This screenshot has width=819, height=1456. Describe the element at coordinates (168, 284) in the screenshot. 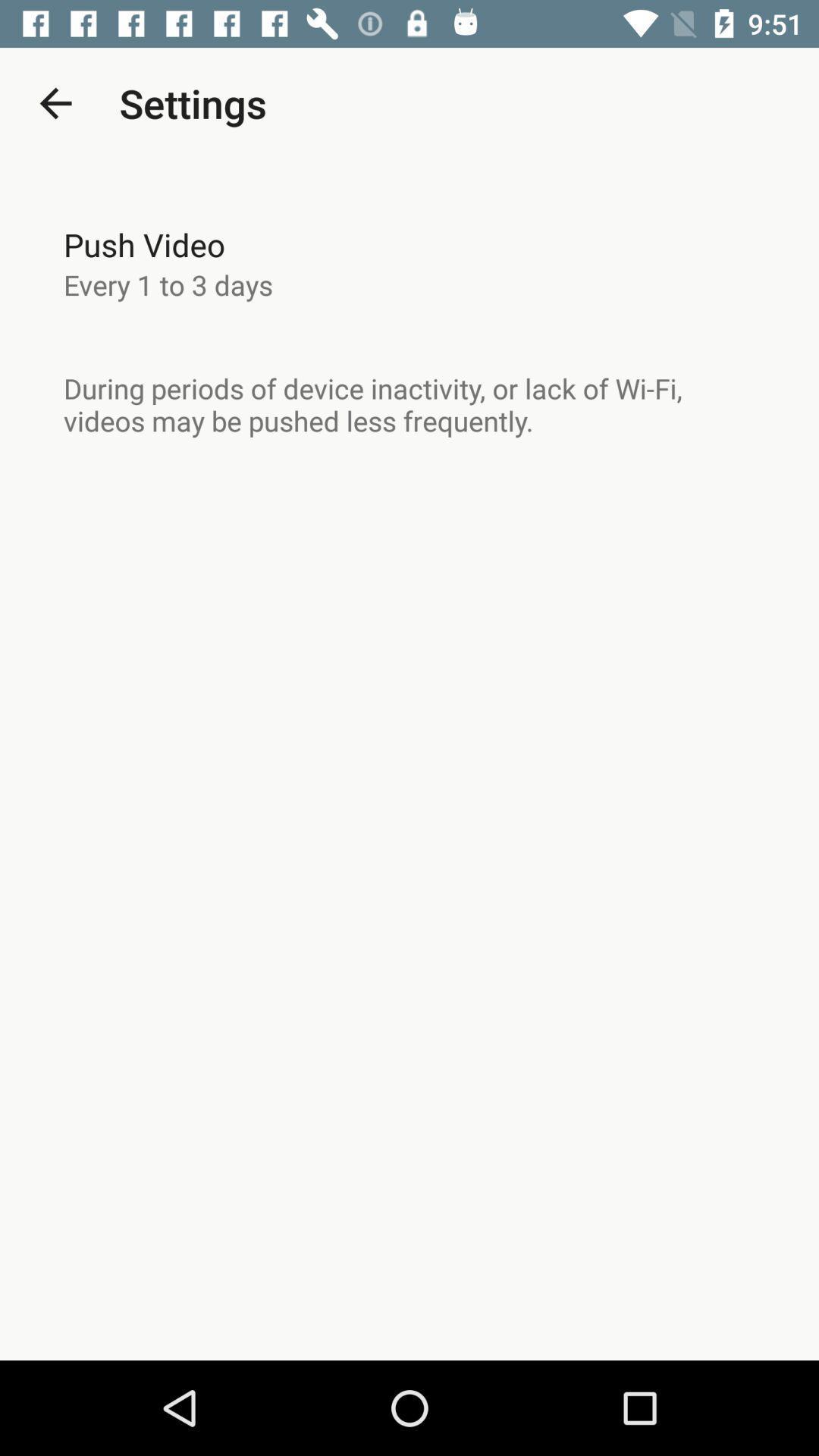

I see `every 1 to item` at that location.